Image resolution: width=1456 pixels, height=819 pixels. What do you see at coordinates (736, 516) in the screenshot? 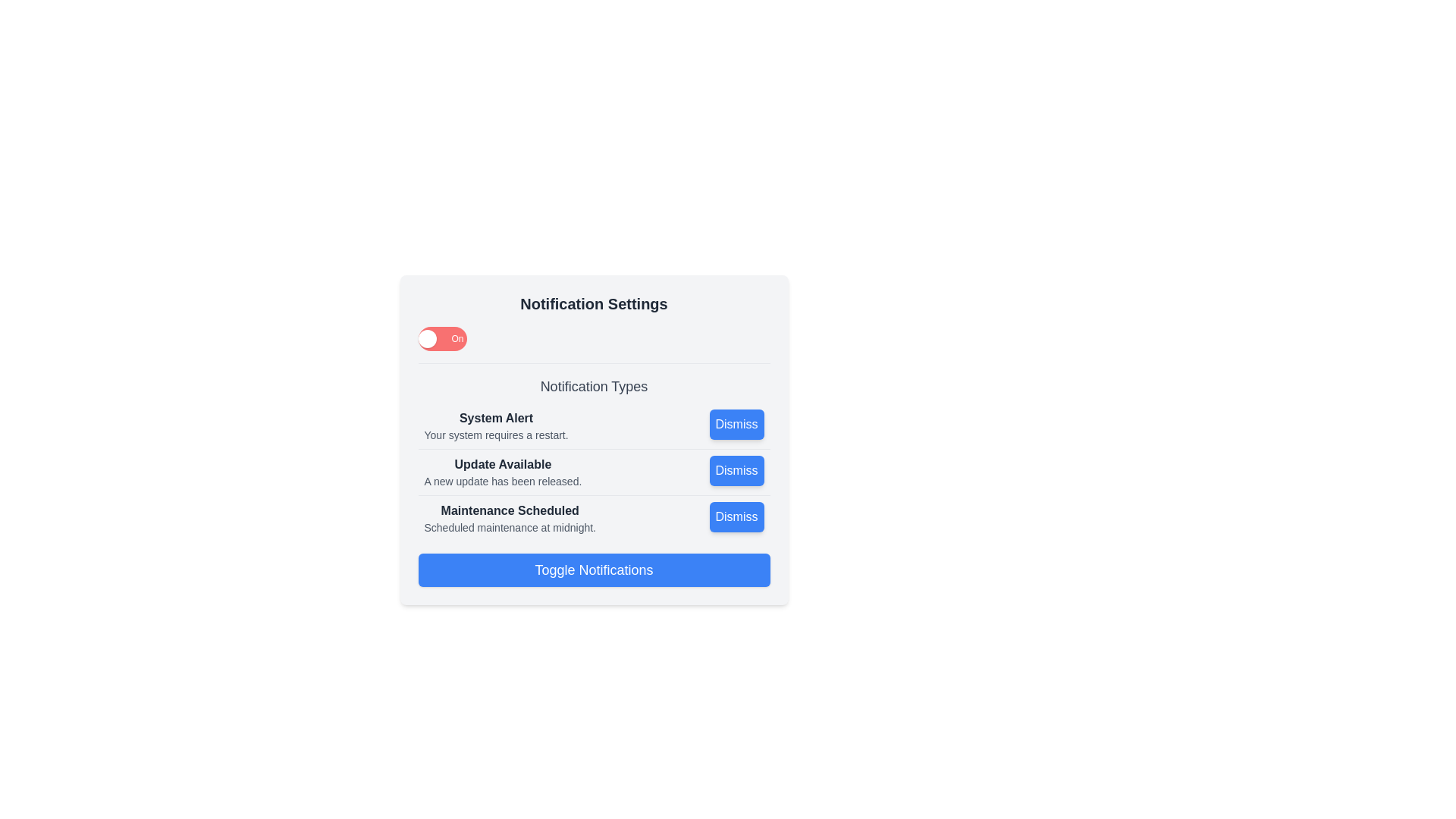
I see `the 'Dismiss' button, which is a rectangular button with white text on a blue background, located in the 'Maintenance Scheduled' notification section` at bounding box center [736, 516].